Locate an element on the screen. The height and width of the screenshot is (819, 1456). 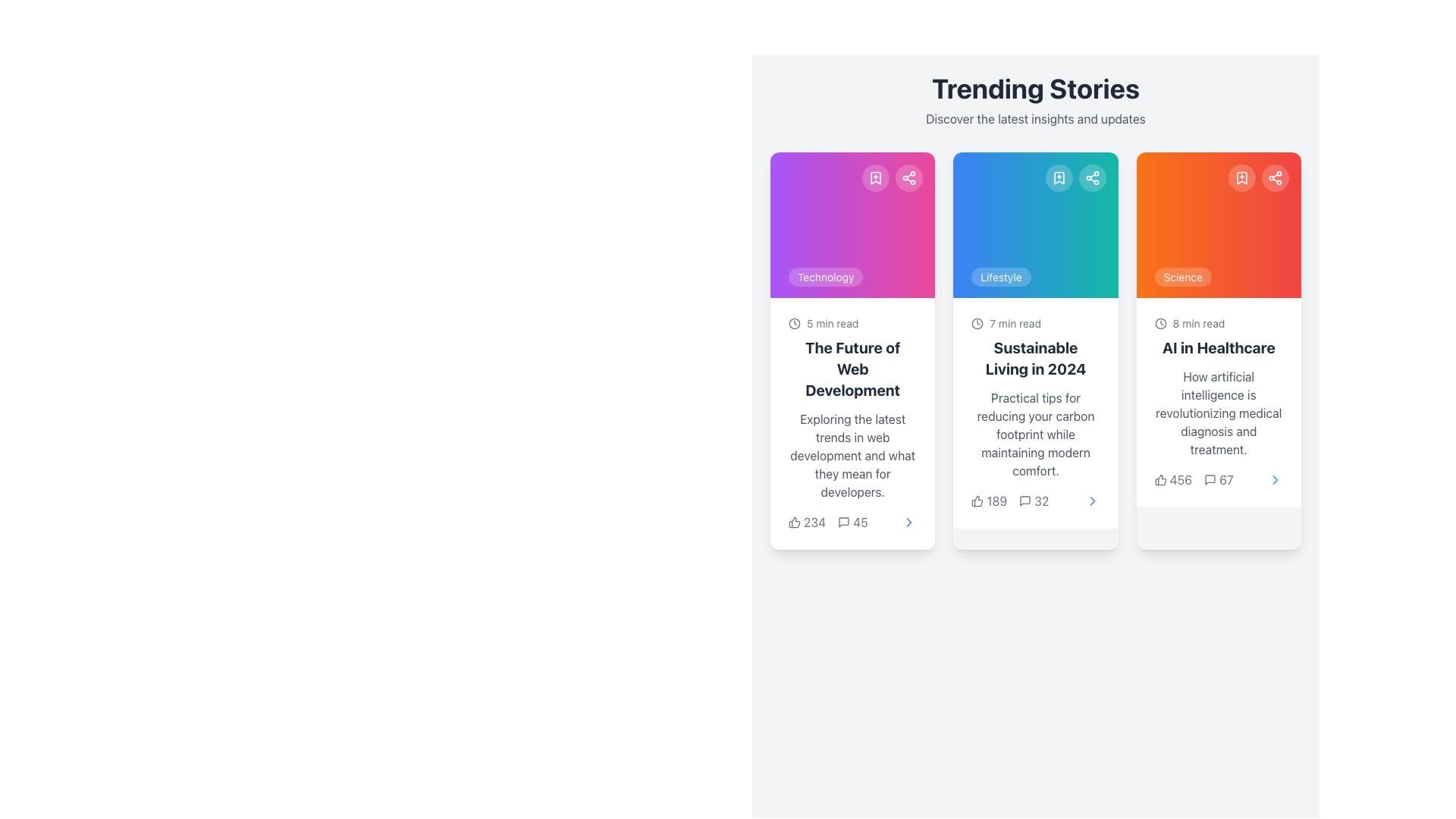
the clock icon, which is a simplistic, outline-styled icon located to the left of the '5 min read' text, indicating a reading duration is located at coordinates (793, 323).